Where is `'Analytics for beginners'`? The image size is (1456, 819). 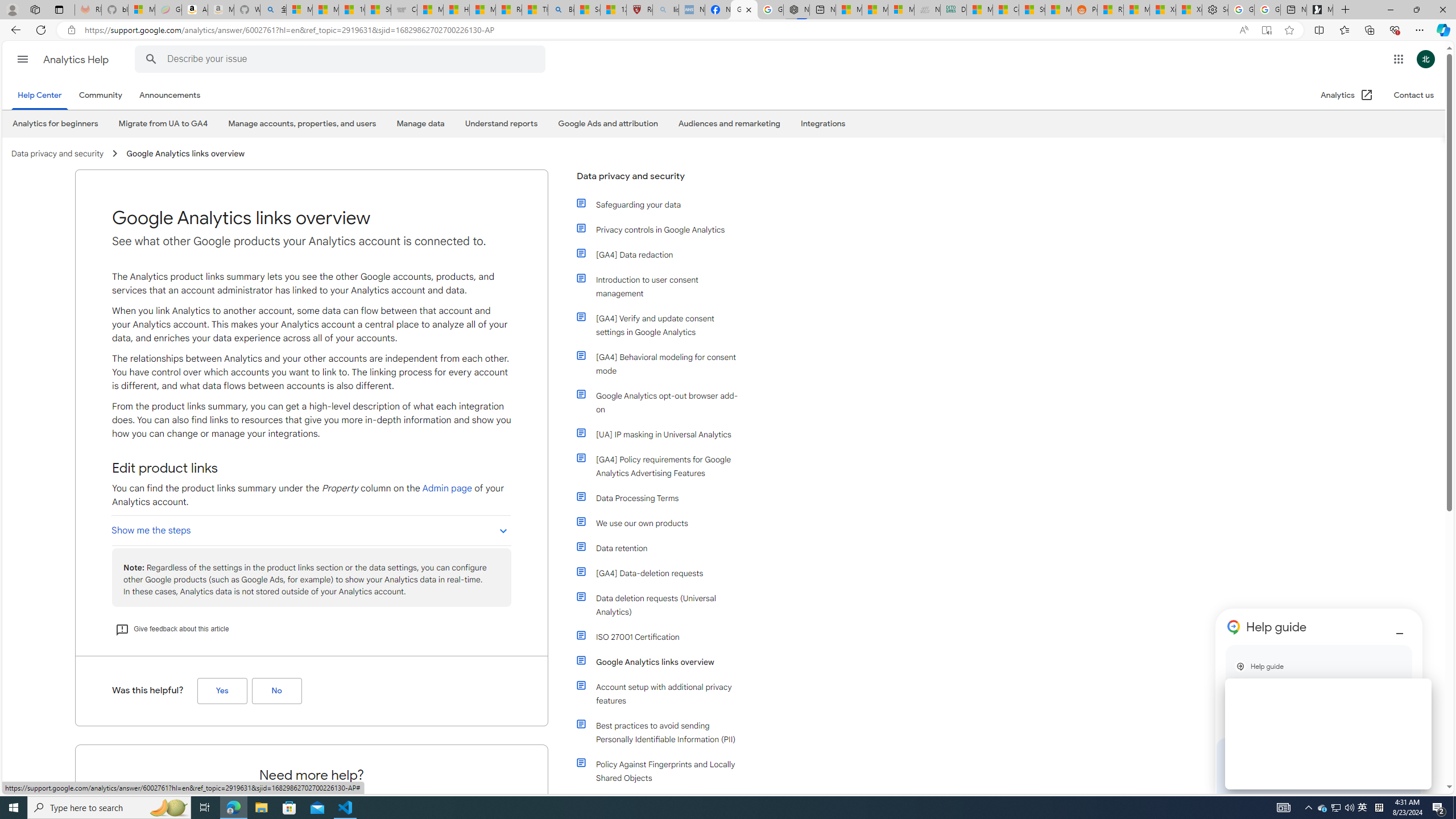
'Analytics for beginners' is located at coordinates (55, 123).